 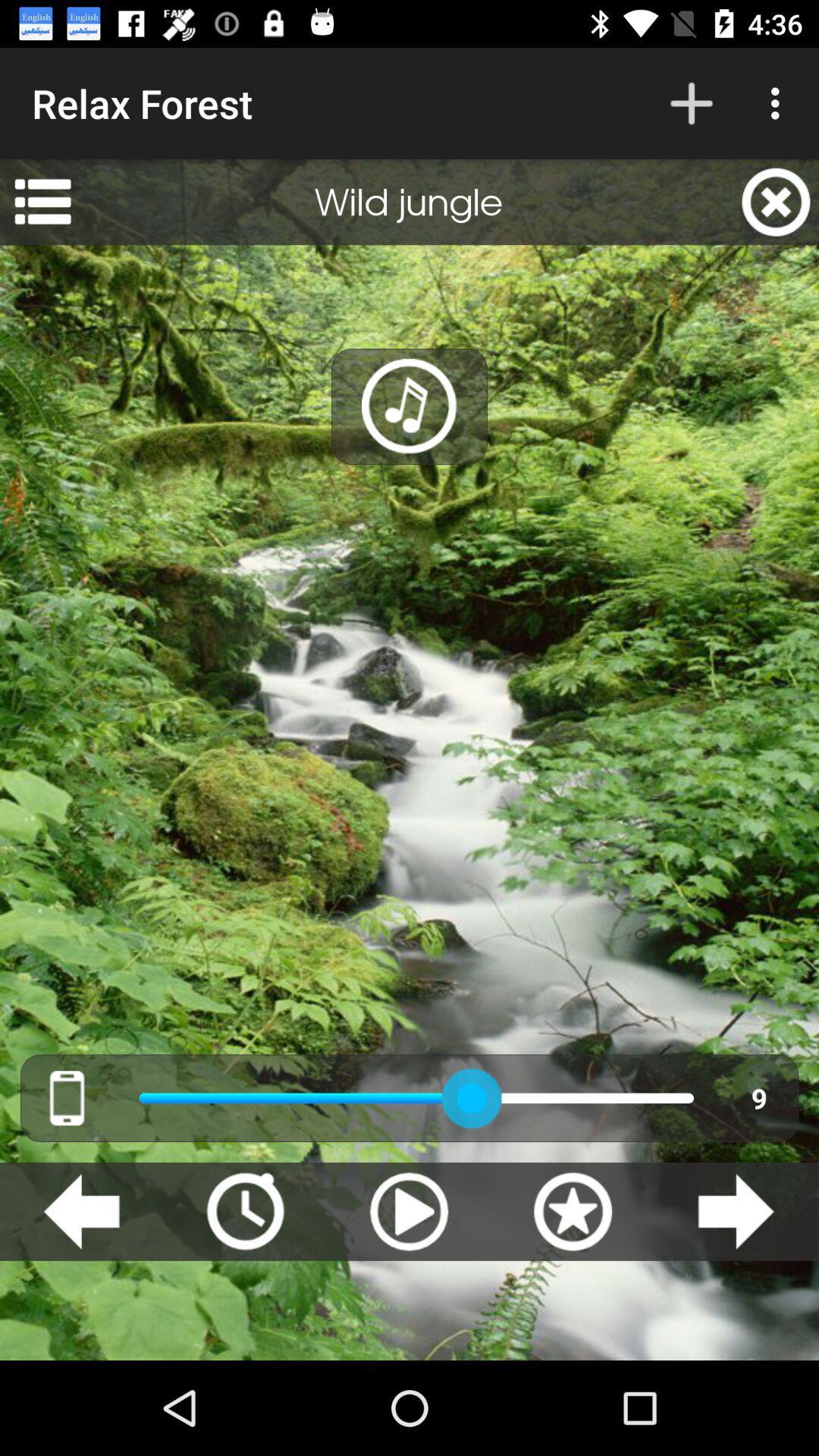 What do you see at coordinates (409, 406) in the screenshot?
I see `the music icon` at bounding box center [409, 406].